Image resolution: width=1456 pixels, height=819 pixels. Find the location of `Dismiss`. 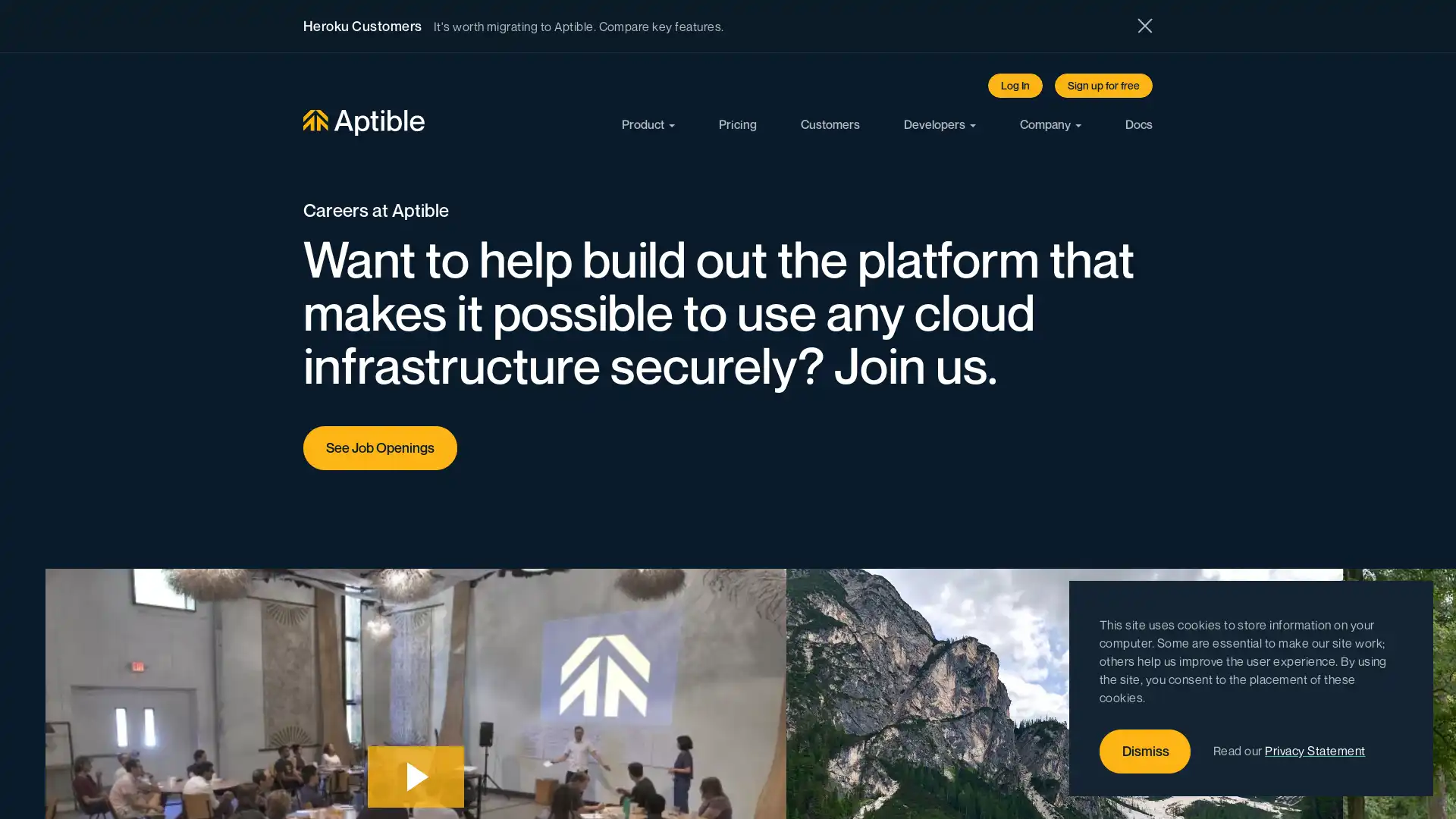

Dismiss is located at coordinates (1145, 752).